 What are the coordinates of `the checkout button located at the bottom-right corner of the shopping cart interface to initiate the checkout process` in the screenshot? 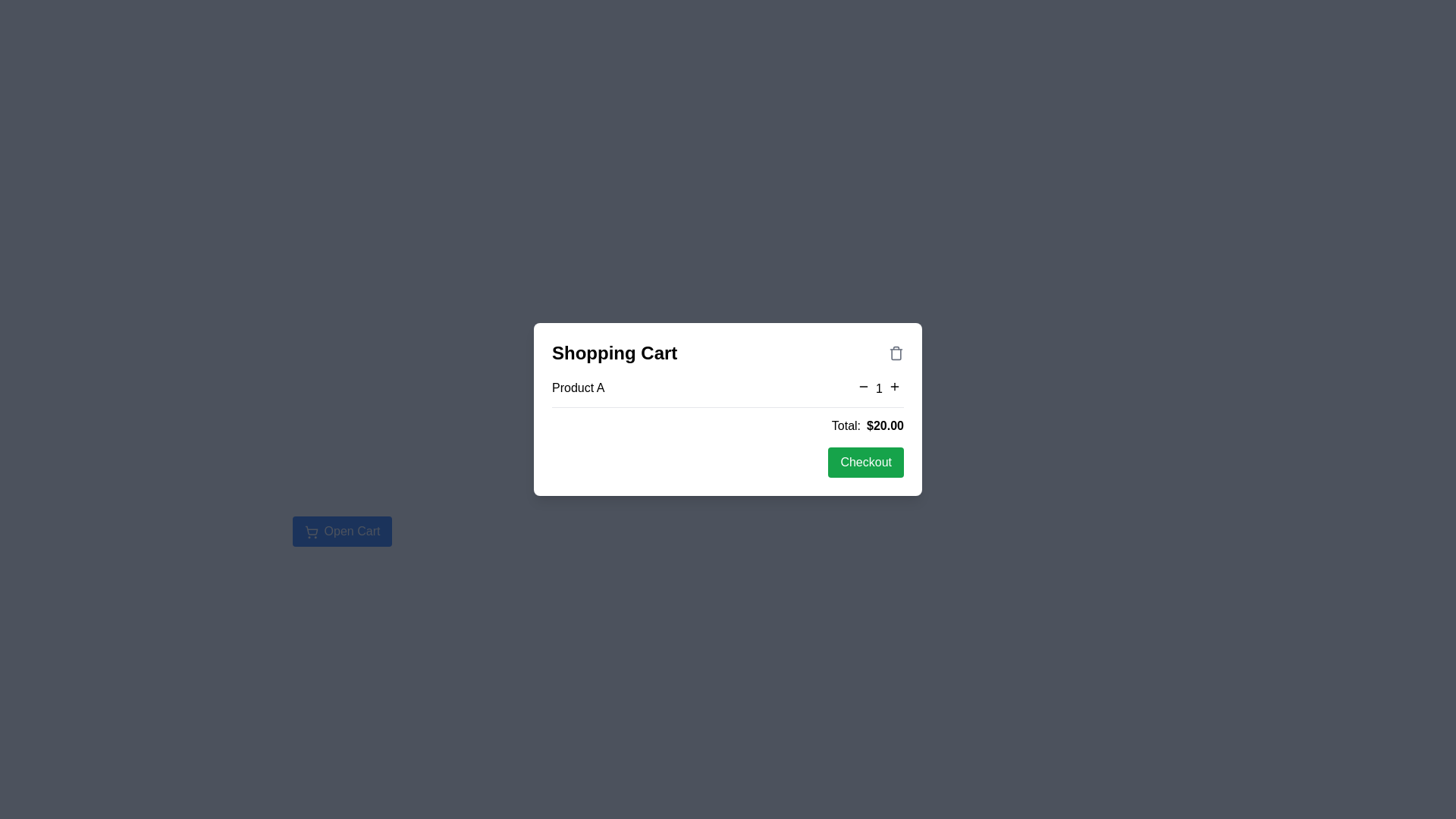 It's located at (866, 461).